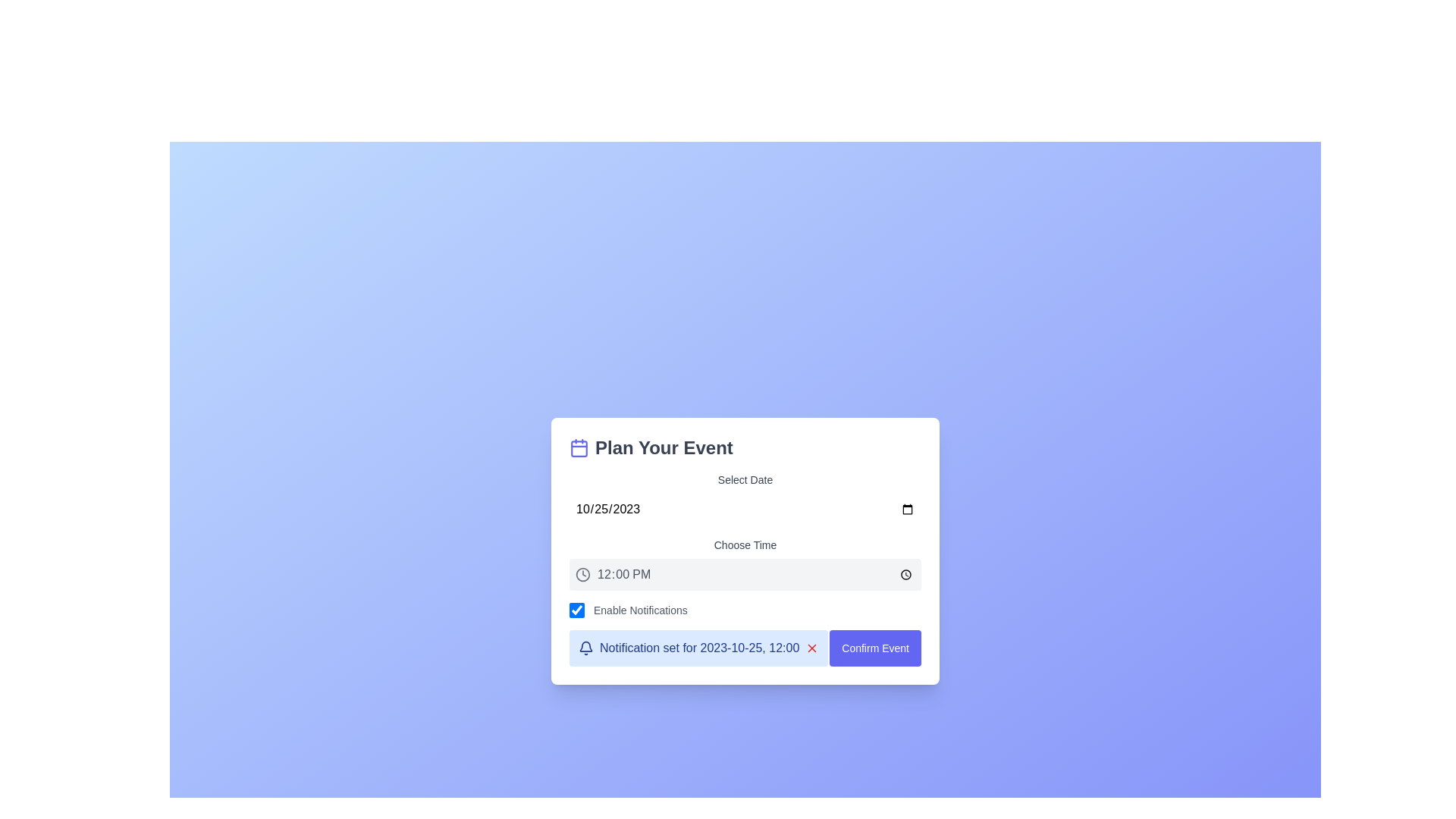 The image size is (1456, 819). What do you see at coordinates (811, 648) in the screenshot?
I see `the dismiss notification button located at the bottom of the central card` at bounding box center [811, 648].